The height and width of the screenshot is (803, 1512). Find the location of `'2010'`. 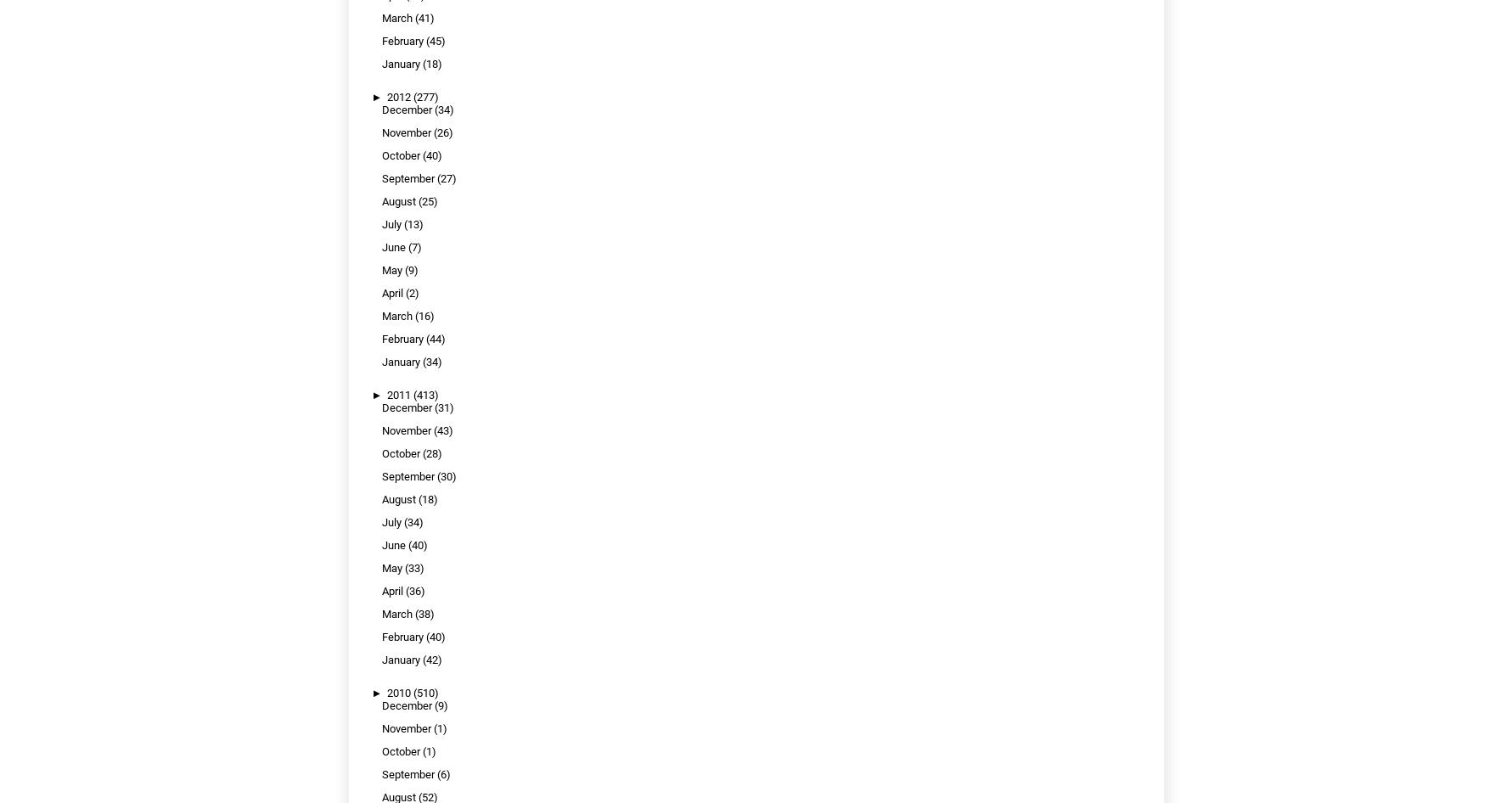

'2010' is located at coordinates (399, 693).